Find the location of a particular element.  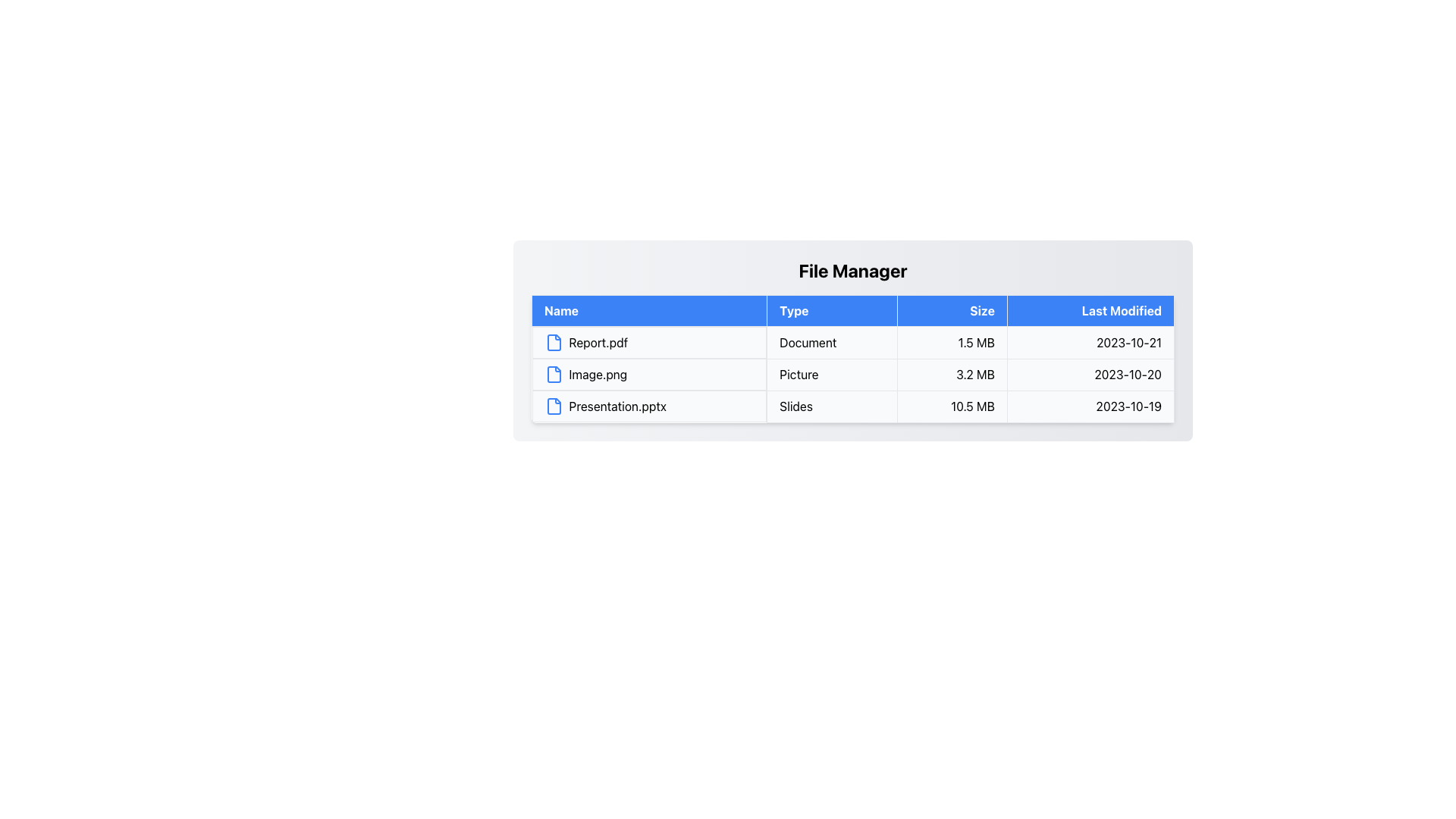

the Text Label indicating the type of the file in the second column of the first row of the table, which is adjacent to 'Report.pdf' and '1.5 MB' is located at coordinates (831, 342).